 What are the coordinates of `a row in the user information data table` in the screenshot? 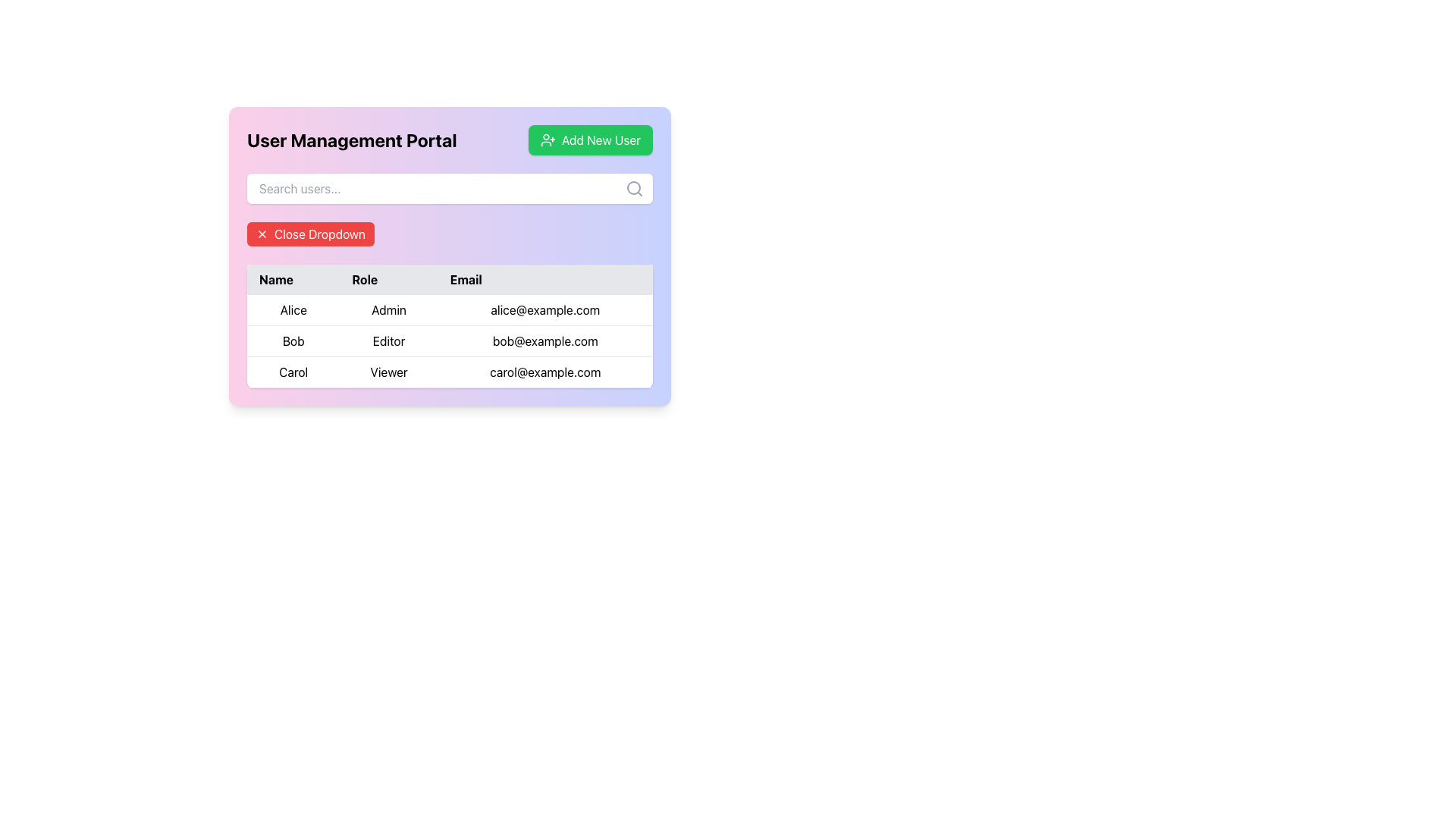 It's located at (449, 325).